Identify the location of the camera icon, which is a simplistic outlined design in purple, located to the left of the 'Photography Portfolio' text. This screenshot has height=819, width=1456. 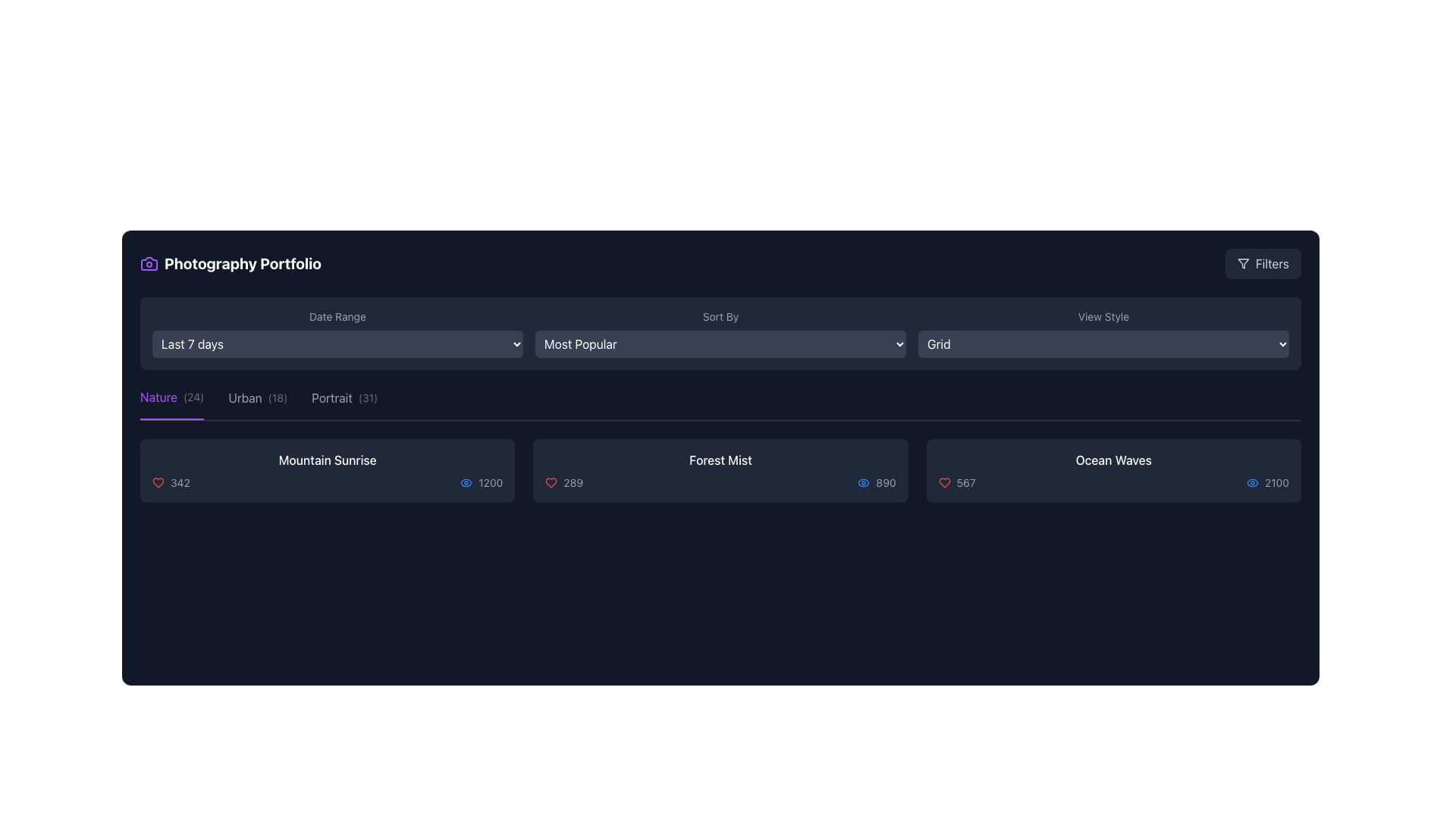
(149, 262).